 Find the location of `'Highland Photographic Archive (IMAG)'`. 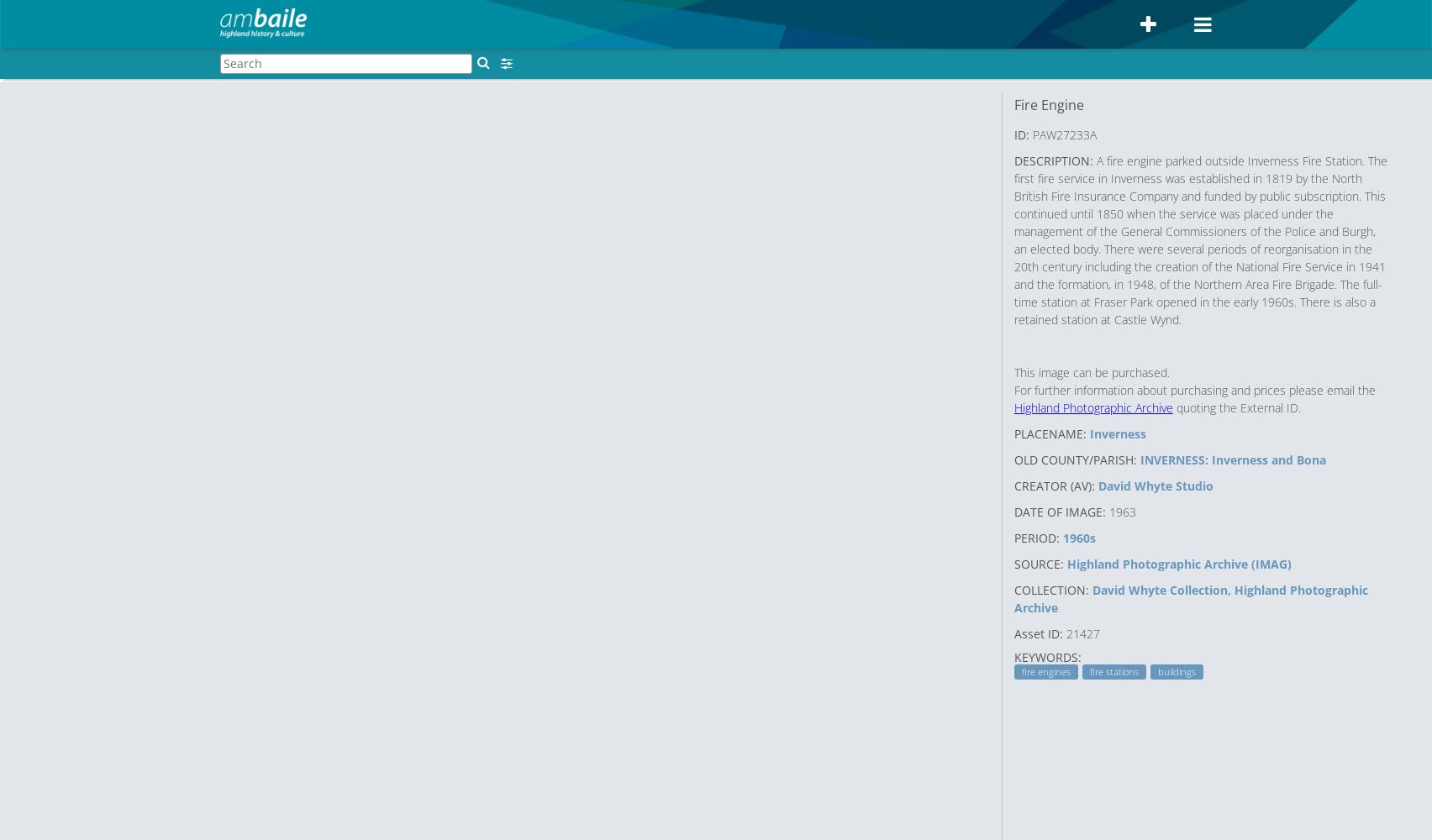

'Highland Photographic Archive (IMAG)' is located at coordinates (1178, 563).